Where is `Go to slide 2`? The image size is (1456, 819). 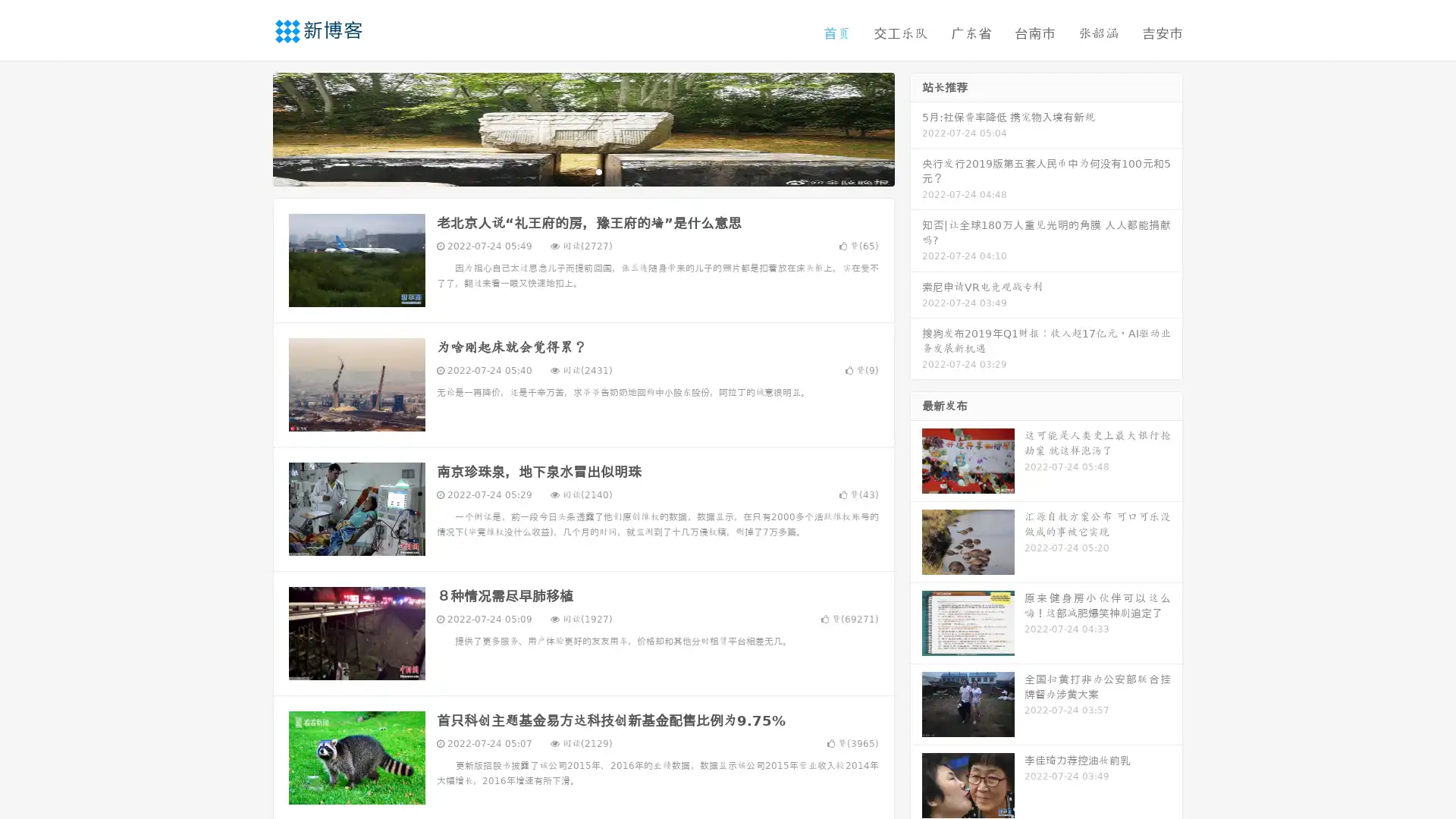 Go to slide 2 is located at coordinates (582, 171).